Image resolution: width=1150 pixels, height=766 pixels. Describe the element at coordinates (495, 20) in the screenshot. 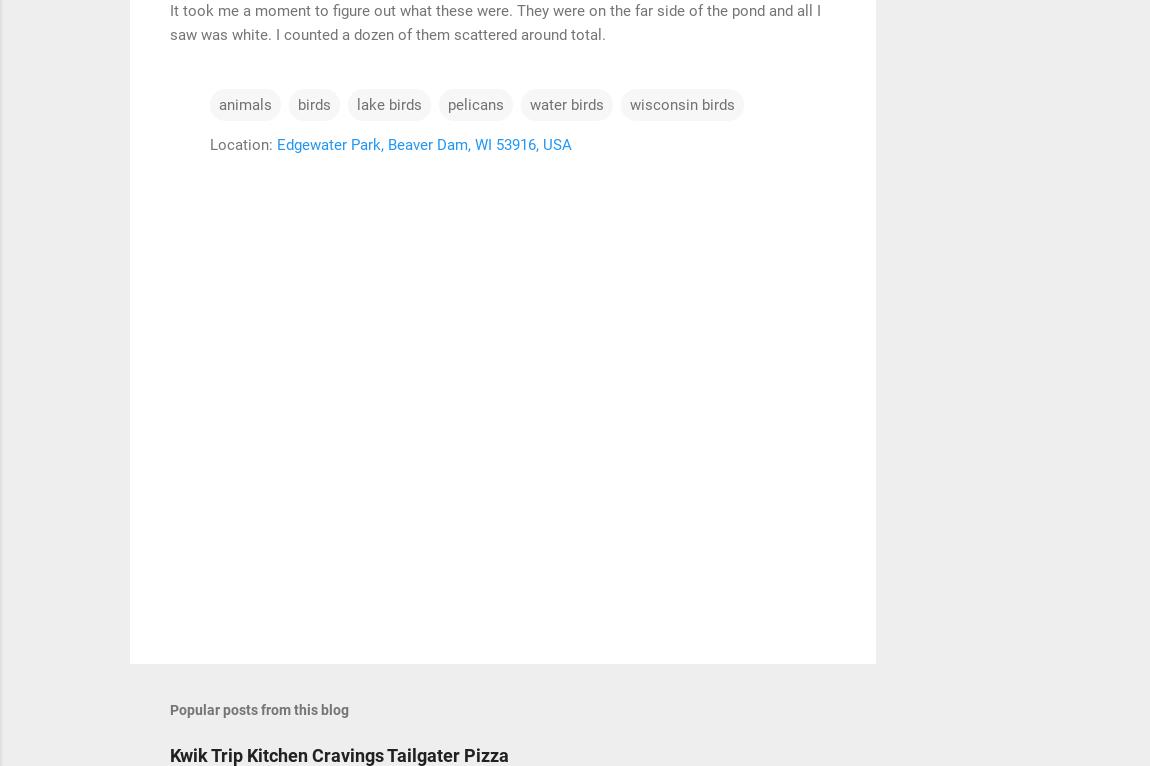

I see `'It took me a moment to figure out what these were. They were on the far side of the pond and all I saw was white. I counted a dozen of them scattered around total.'` at that location.